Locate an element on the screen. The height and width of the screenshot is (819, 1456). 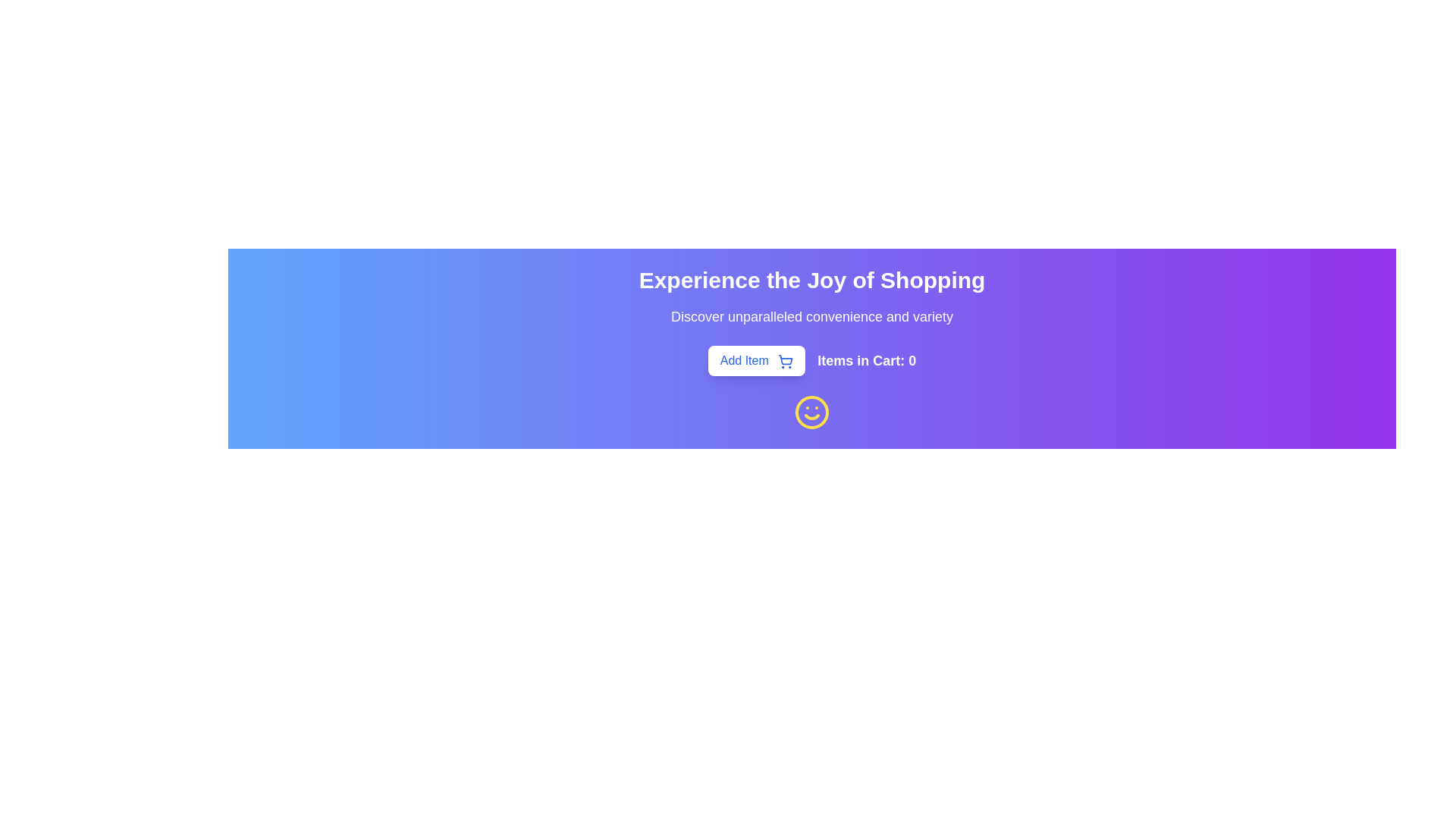
the text label displaying 'Items in Cart: 0', which is styled with a bold font and slightly larger size, positioned to the right of the 'Add Item' button is located at coordinates (867, 360).